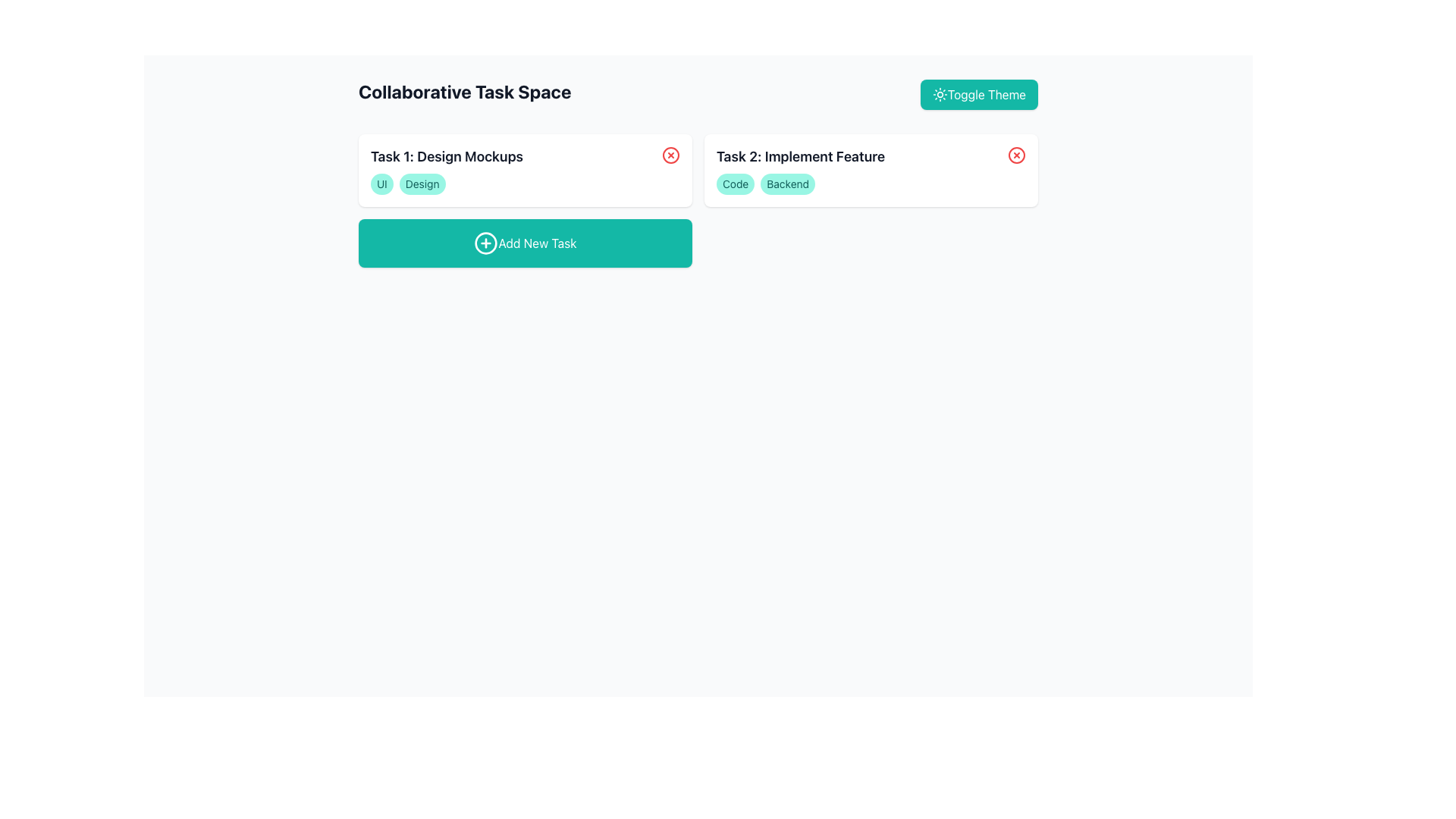 The image size is (1456, 819). Describe the element at coordinates (1016, 155) in the screenshot. I see `the circular close button element located within the task card titled 'Task 2: Implement Feature', which is styled in red and signifies a delete action` at that location.